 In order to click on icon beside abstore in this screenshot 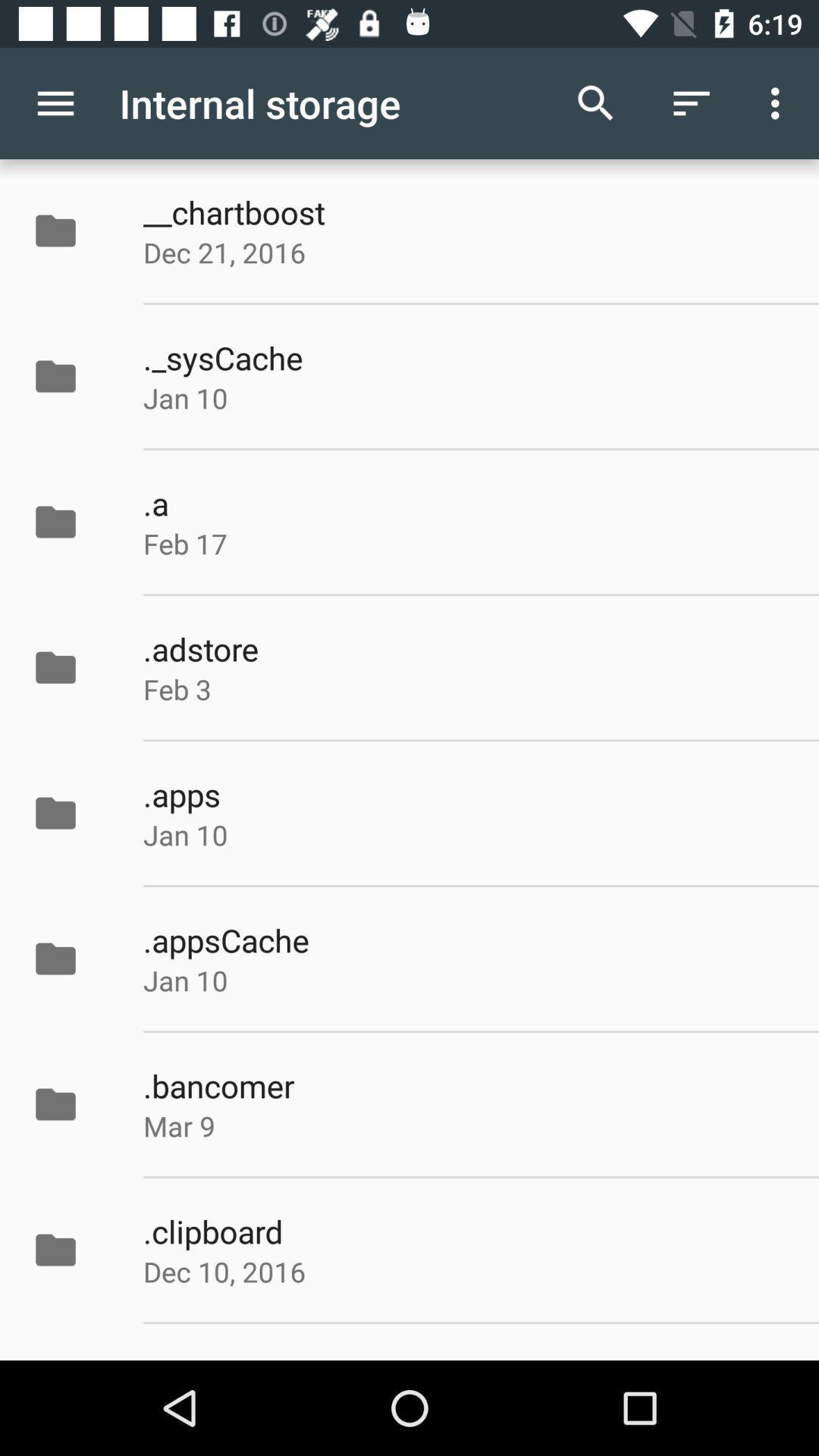, I will do `click(71, 667)`.